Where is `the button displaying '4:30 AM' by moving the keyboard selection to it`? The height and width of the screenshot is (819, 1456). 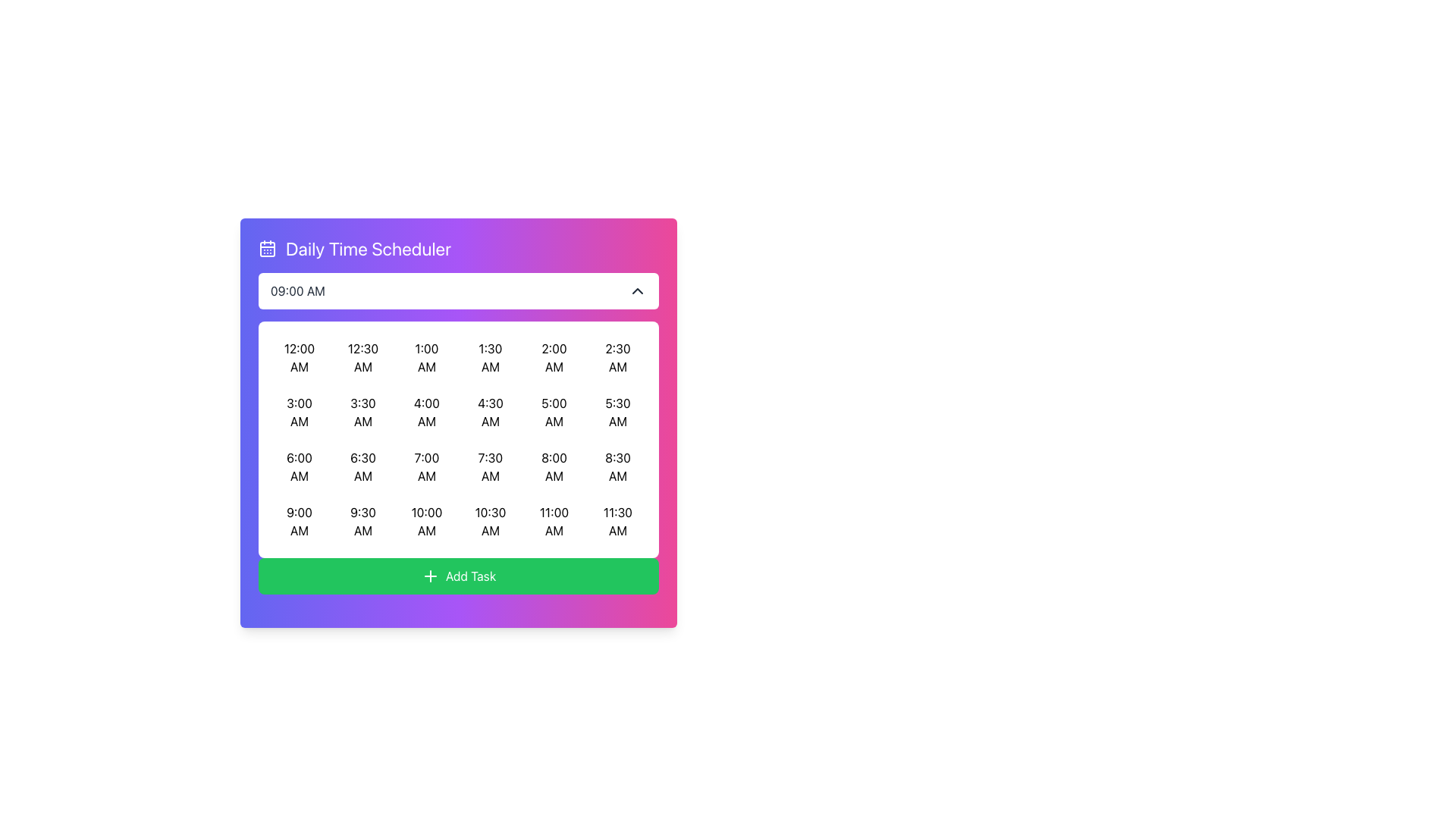
the button displaying '4:30 AM' by moving the keyboard selection to it is located at coordinates (491, 412).